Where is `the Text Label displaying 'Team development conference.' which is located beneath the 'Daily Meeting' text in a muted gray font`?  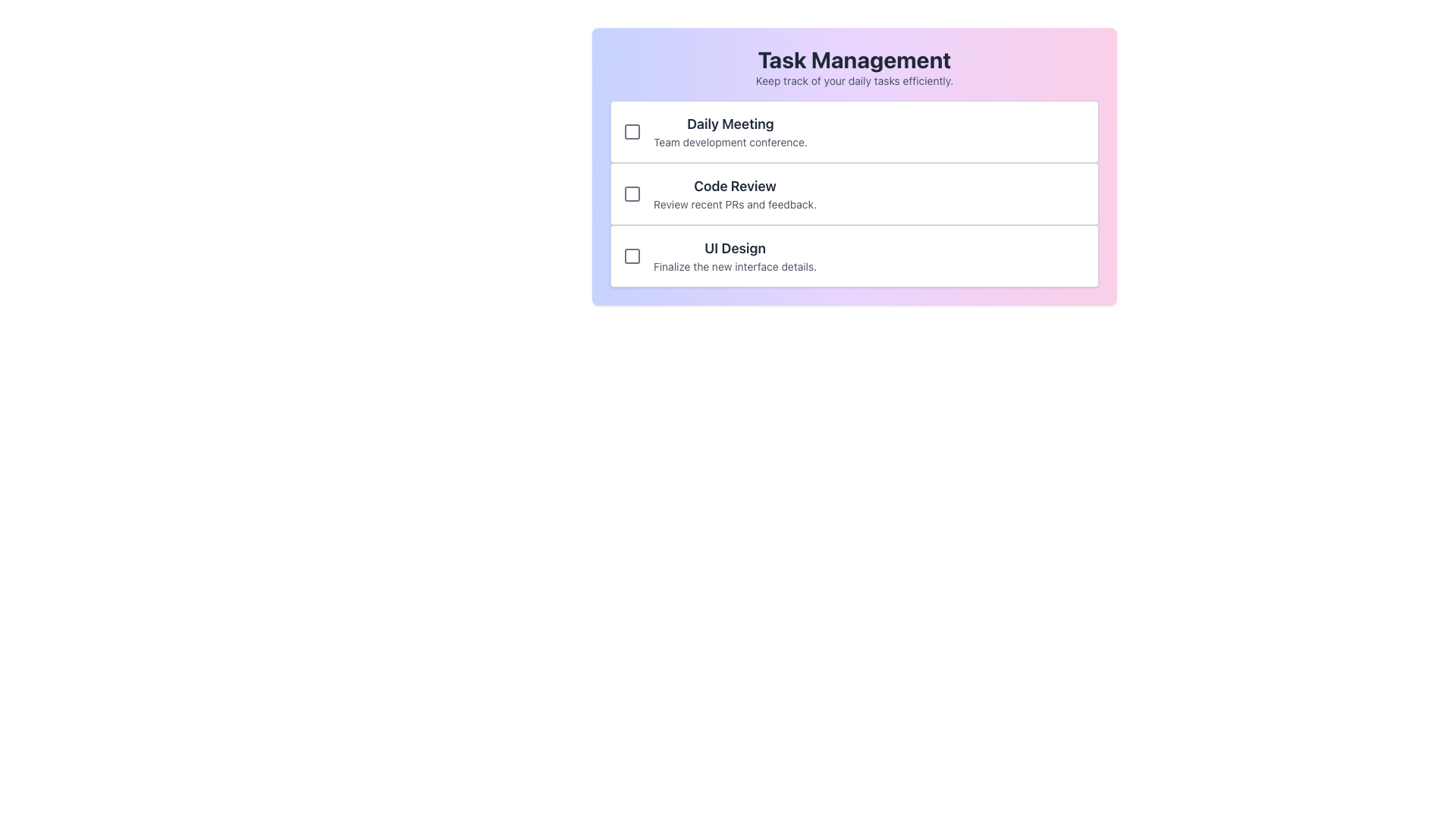
the Text Label displaying 'Team development conference.' which is located beneath the 'Daily Meeting' text in a muted gray font is located at coordinates (730, 143).